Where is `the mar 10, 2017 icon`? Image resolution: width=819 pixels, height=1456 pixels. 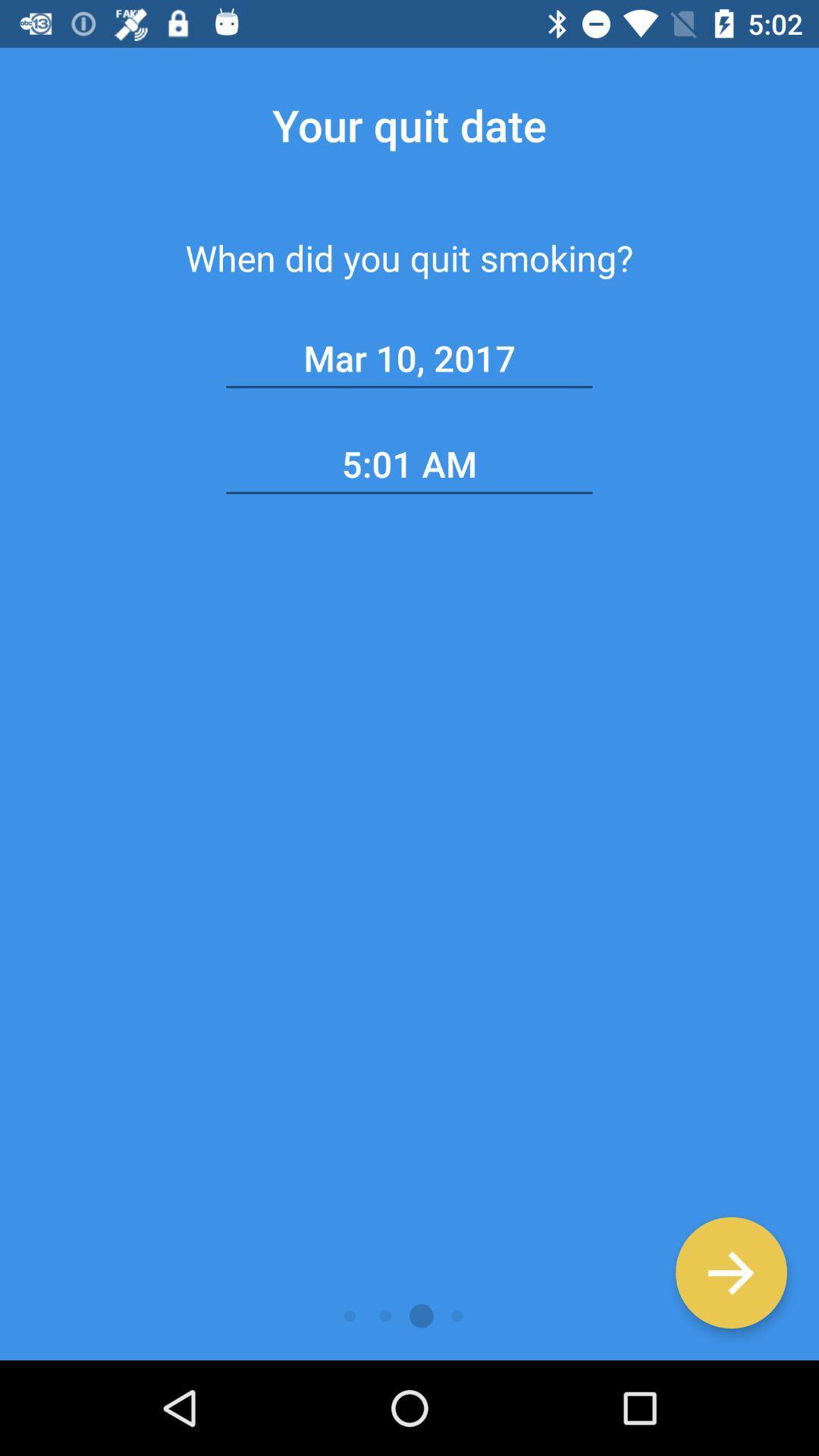 the mar 10, 2017 icon is located at coordinates (409, 358).